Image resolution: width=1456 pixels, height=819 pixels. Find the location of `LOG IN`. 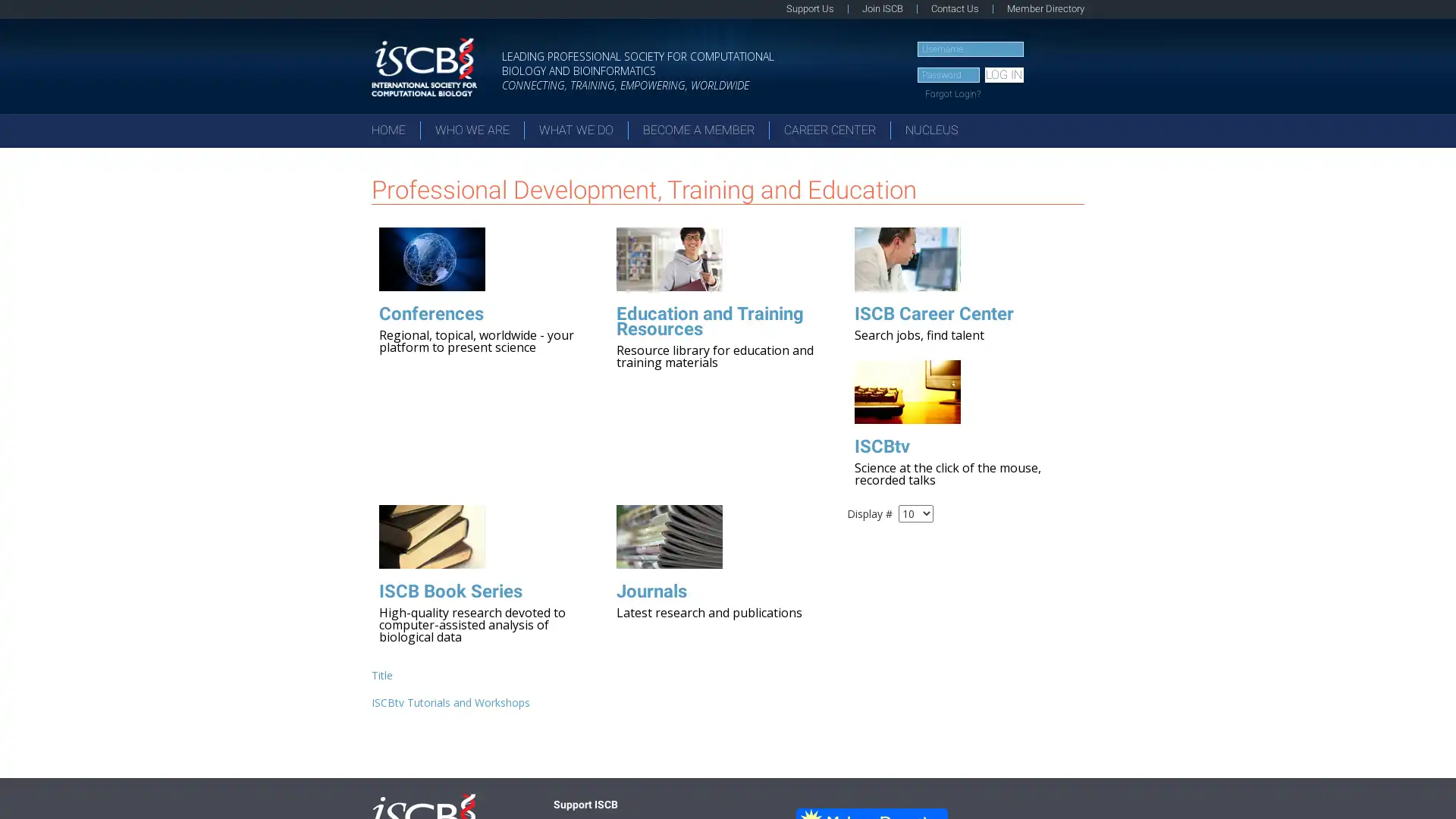

LOG IN is located at coordinates (1003, 75).